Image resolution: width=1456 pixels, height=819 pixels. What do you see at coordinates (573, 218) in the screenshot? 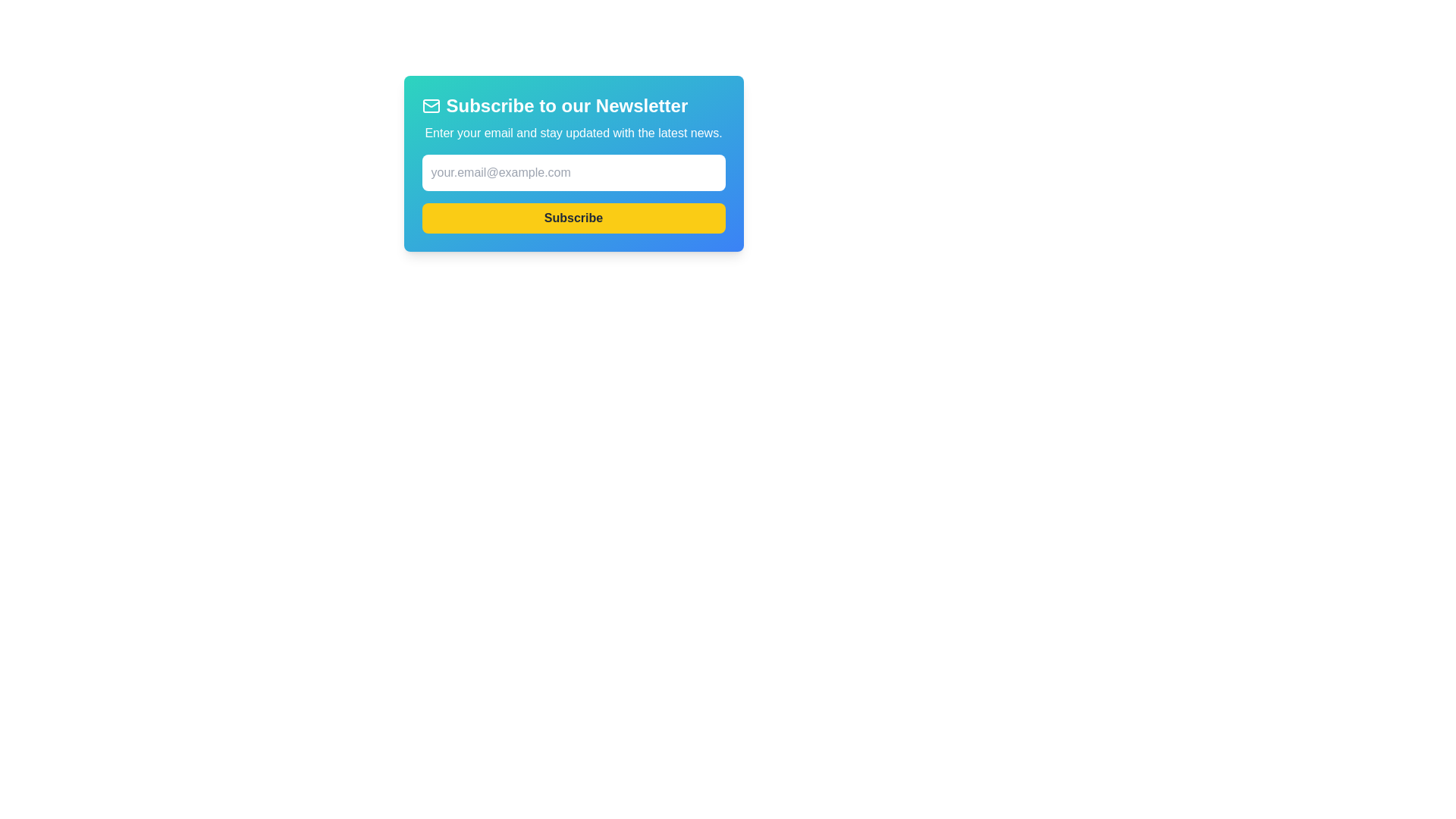
I see `the subscription request button located at the bottom of the subscription panel to change its color` at bounding box center [573, 218].